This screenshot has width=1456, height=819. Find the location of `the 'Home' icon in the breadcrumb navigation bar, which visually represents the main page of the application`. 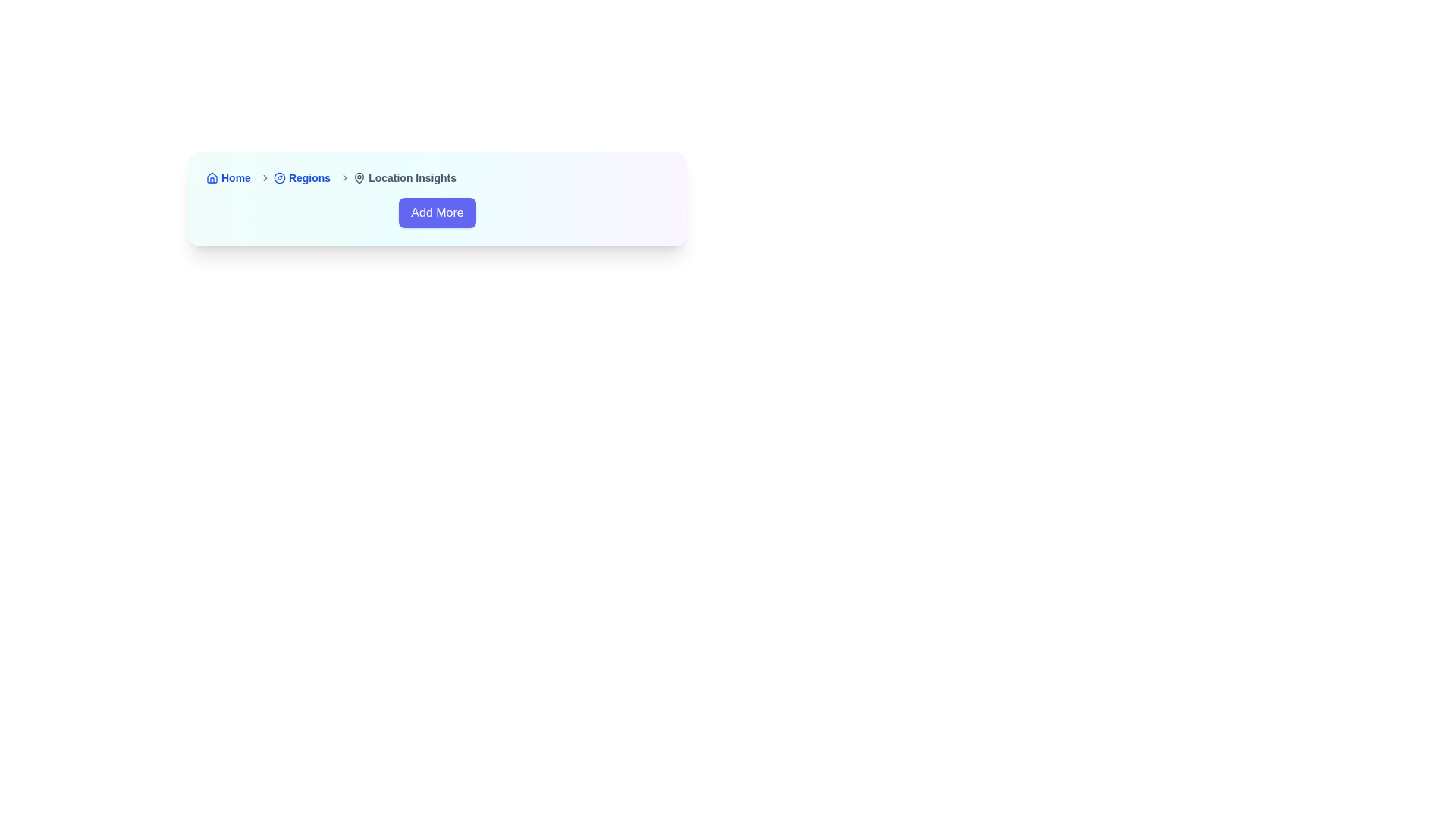

the 'Home' icon in the breadcrumb navigation bar, which visually represents the main page of the application is located at coordinates (211, 177).